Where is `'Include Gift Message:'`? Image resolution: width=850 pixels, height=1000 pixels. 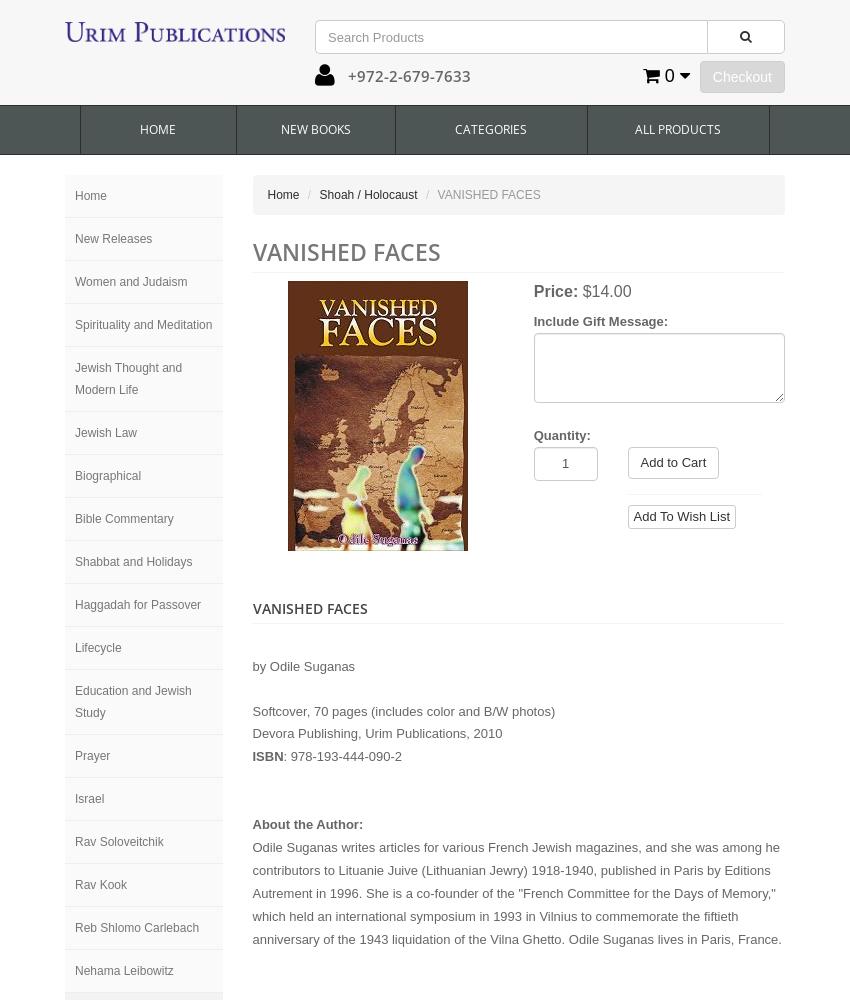
'Include Gift Message:' is located at coordinates (599, 320).